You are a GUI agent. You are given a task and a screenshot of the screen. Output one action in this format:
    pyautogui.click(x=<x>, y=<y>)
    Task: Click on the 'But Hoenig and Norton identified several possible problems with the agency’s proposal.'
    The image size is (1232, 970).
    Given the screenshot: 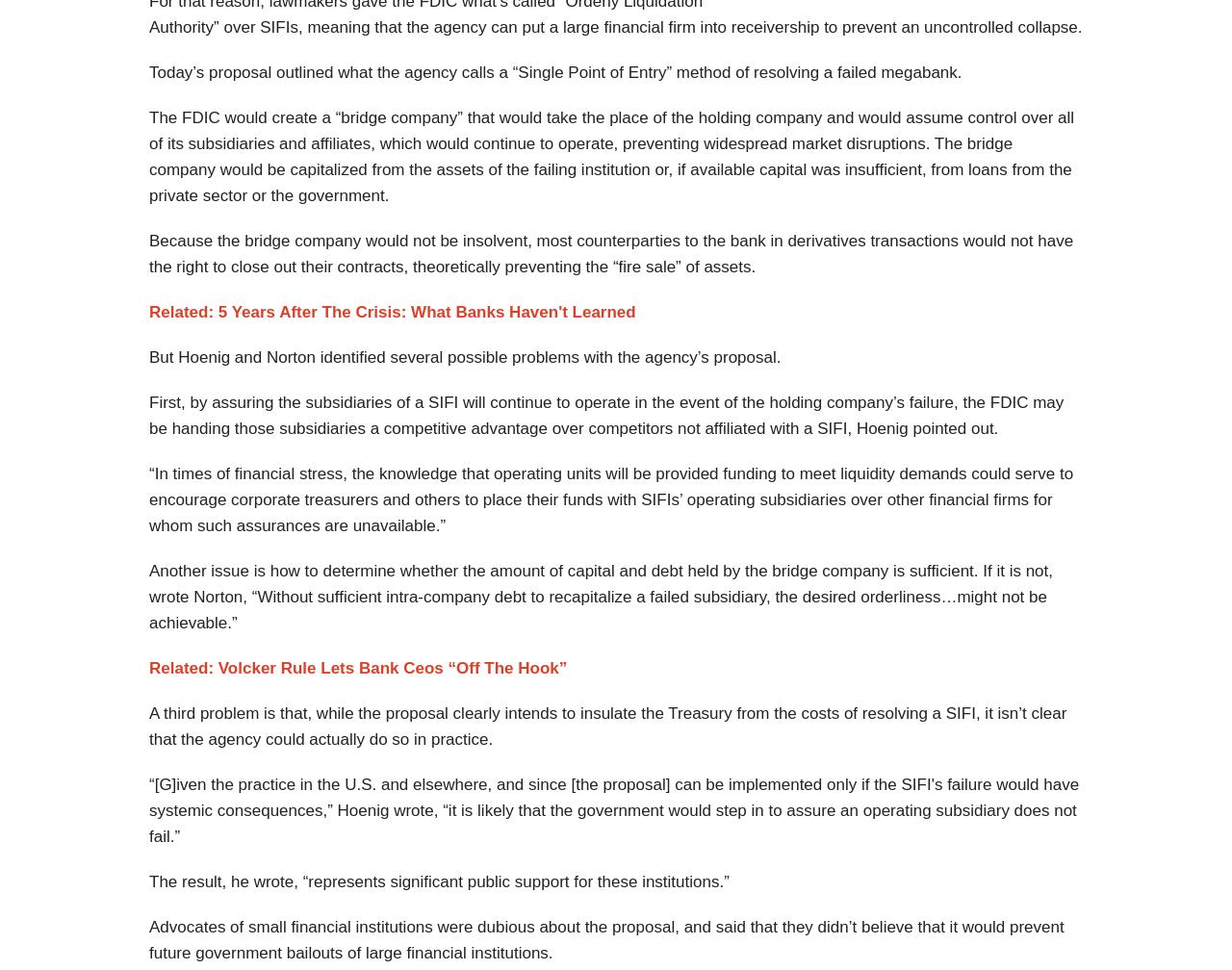 What is the action you would take?
    pyautogui.click(x=464, y=357)
    